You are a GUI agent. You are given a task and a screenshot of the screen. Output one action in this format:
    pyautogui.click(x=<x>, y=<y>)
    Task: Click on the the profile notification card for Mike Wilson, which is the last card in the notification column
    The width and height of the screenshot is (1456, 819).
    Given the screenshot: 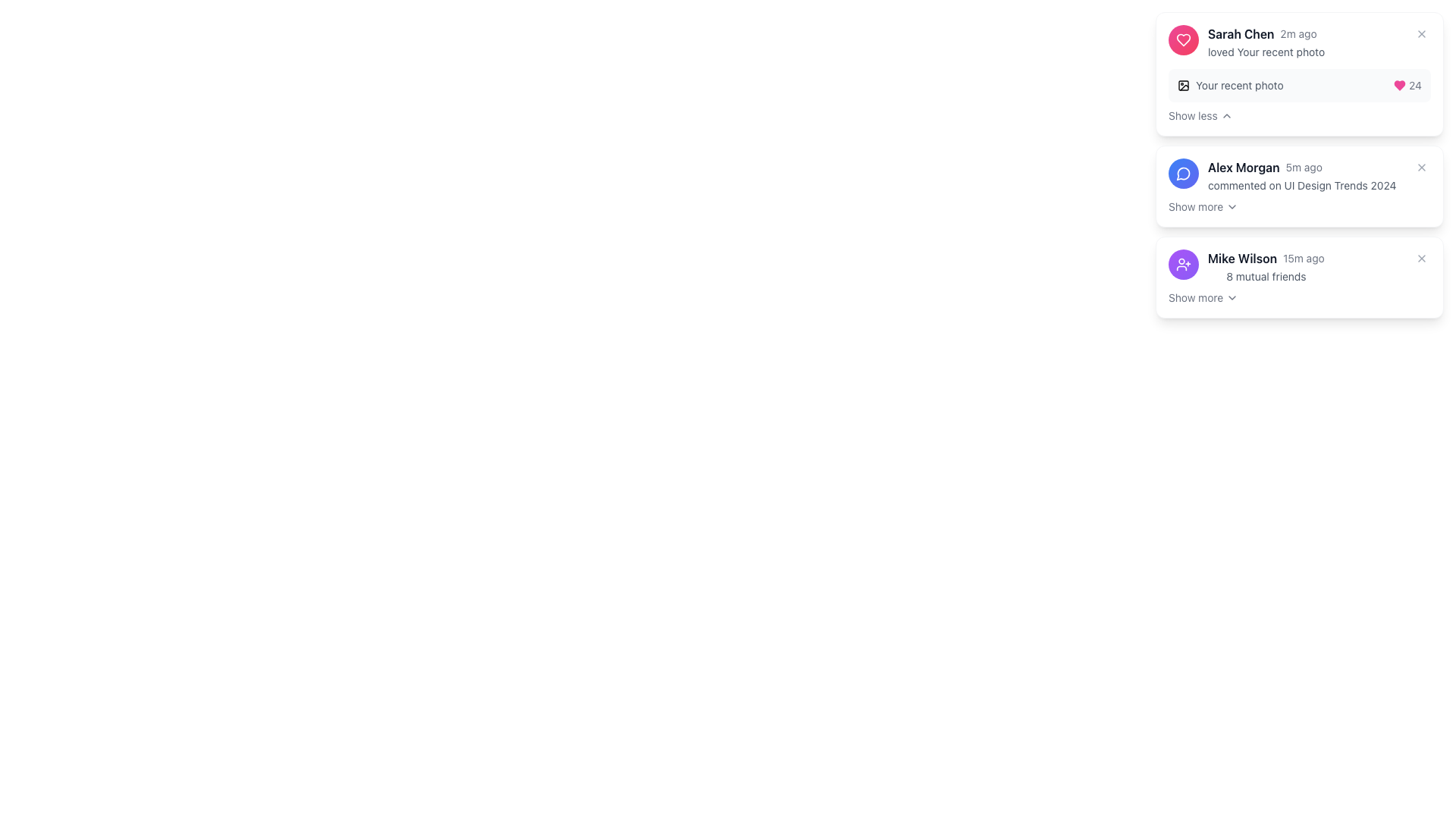 What is the action you would take?
    pyautogui.click(x=1298, y=265)
    